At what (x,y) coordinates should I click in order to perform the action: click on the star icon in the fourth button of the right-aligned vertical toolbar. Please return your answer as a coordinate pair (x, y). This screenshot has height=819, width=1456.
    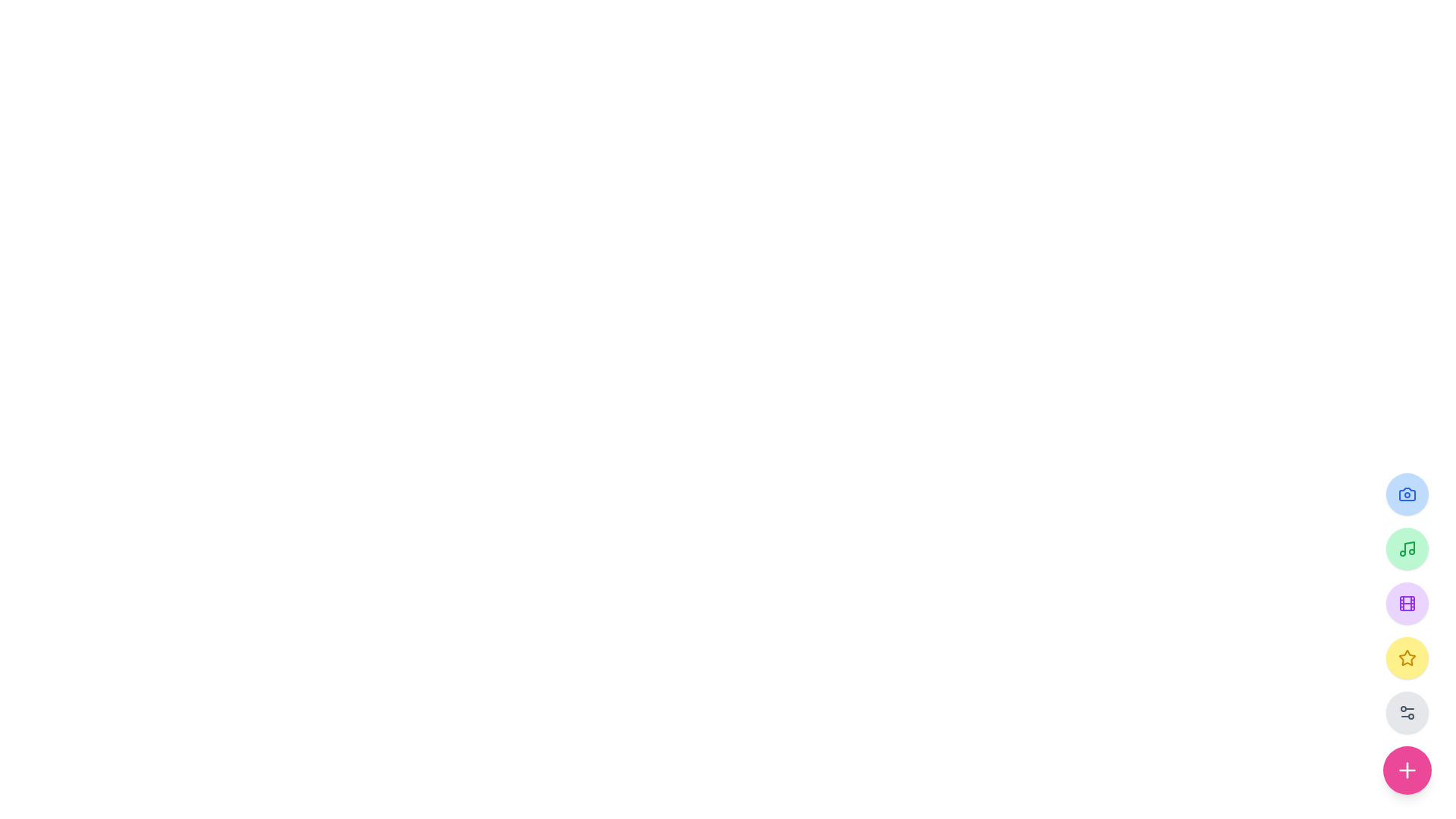
    Looking at the image, I should click on (1407, 657).